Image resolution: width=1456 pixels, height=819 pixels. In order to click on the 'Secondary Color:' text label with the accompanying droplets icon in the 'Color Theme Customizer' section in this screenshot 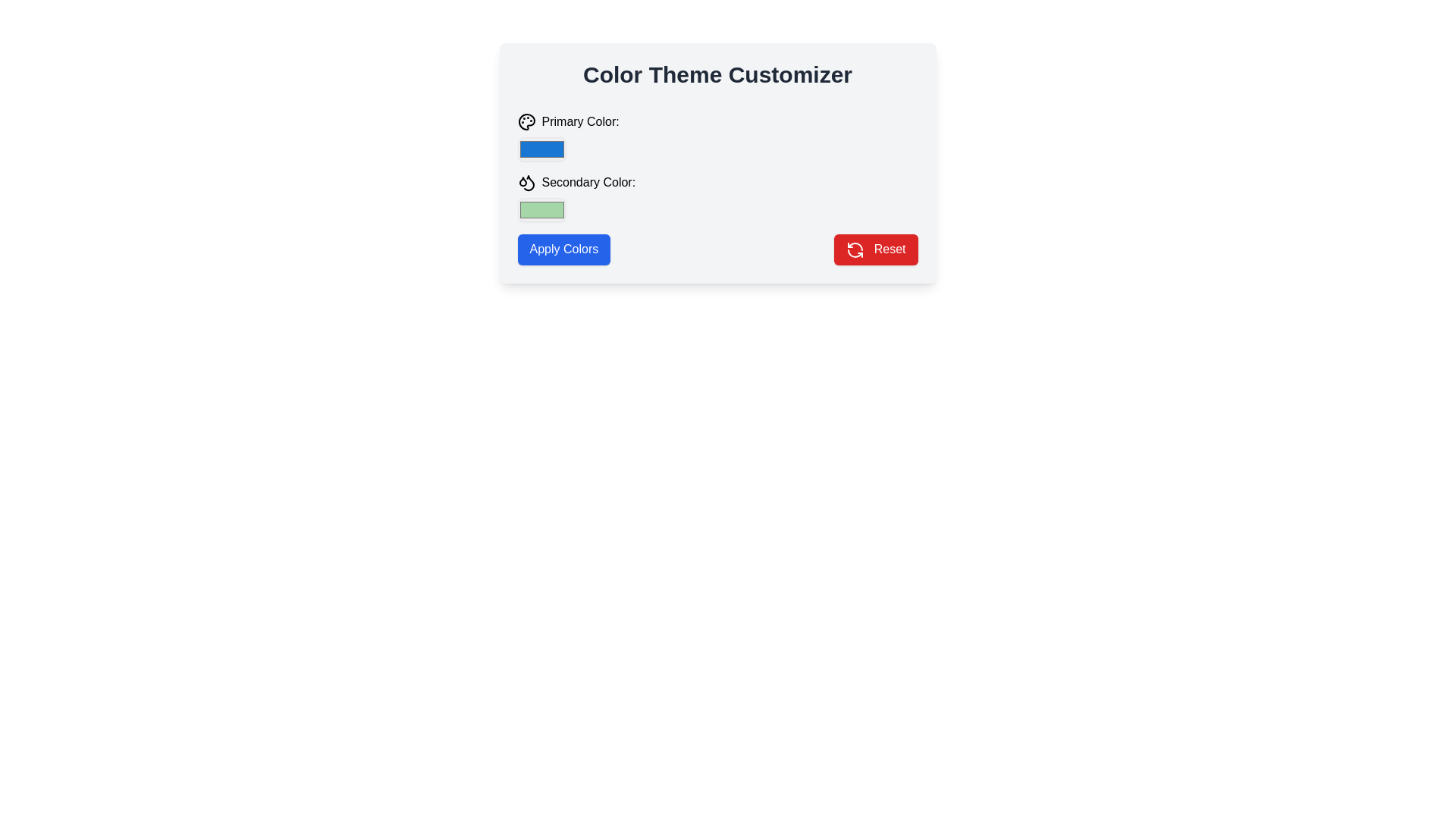, I will do `click(576, 185)`.